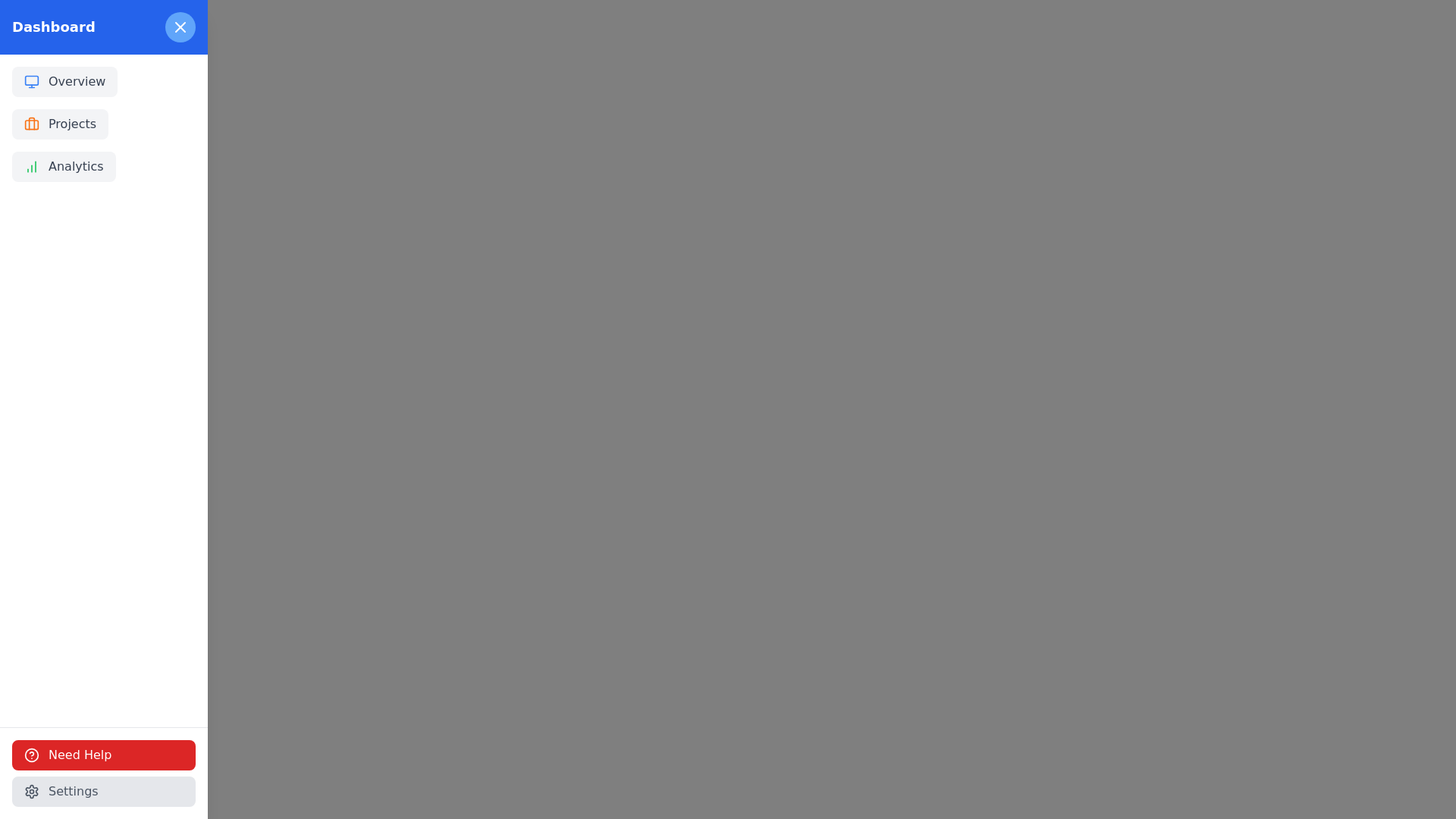 The height and width of the screenshot is (819, 1456). I want to click on the Close Button located at the upper-right corner of the left sidebar, so click(180, 27).